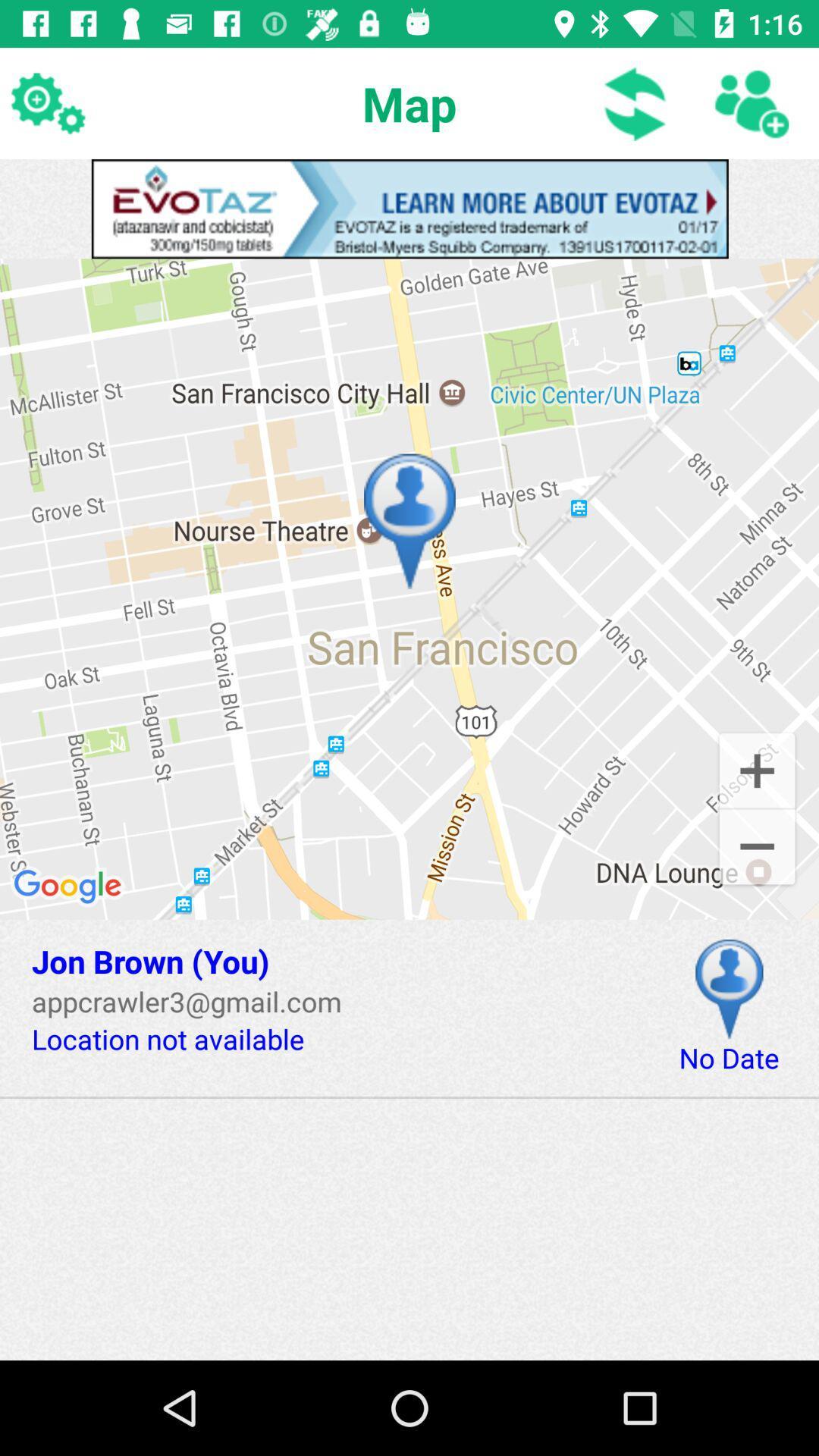 This screenshot has width=819, height=1456. Describe the element at coordinates (409, 208) in the screenshot. I see `map of evotaz` at that location.